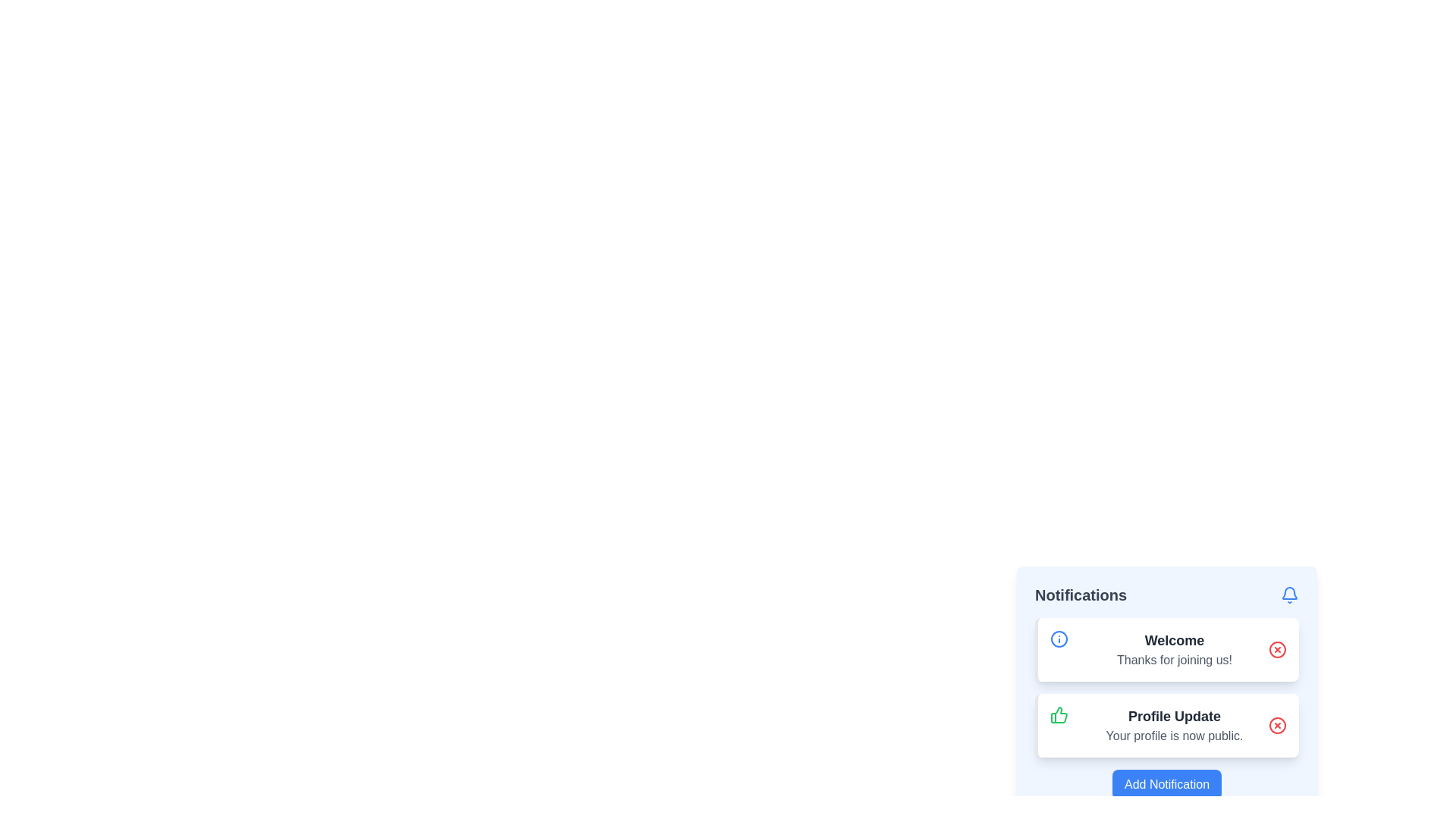  Describe the element at coordinates (1058, 714) in the screenshot. I see `the thumbs up icon associated with the 'Profile Update' notification located at the bottom of the interface` at that location.